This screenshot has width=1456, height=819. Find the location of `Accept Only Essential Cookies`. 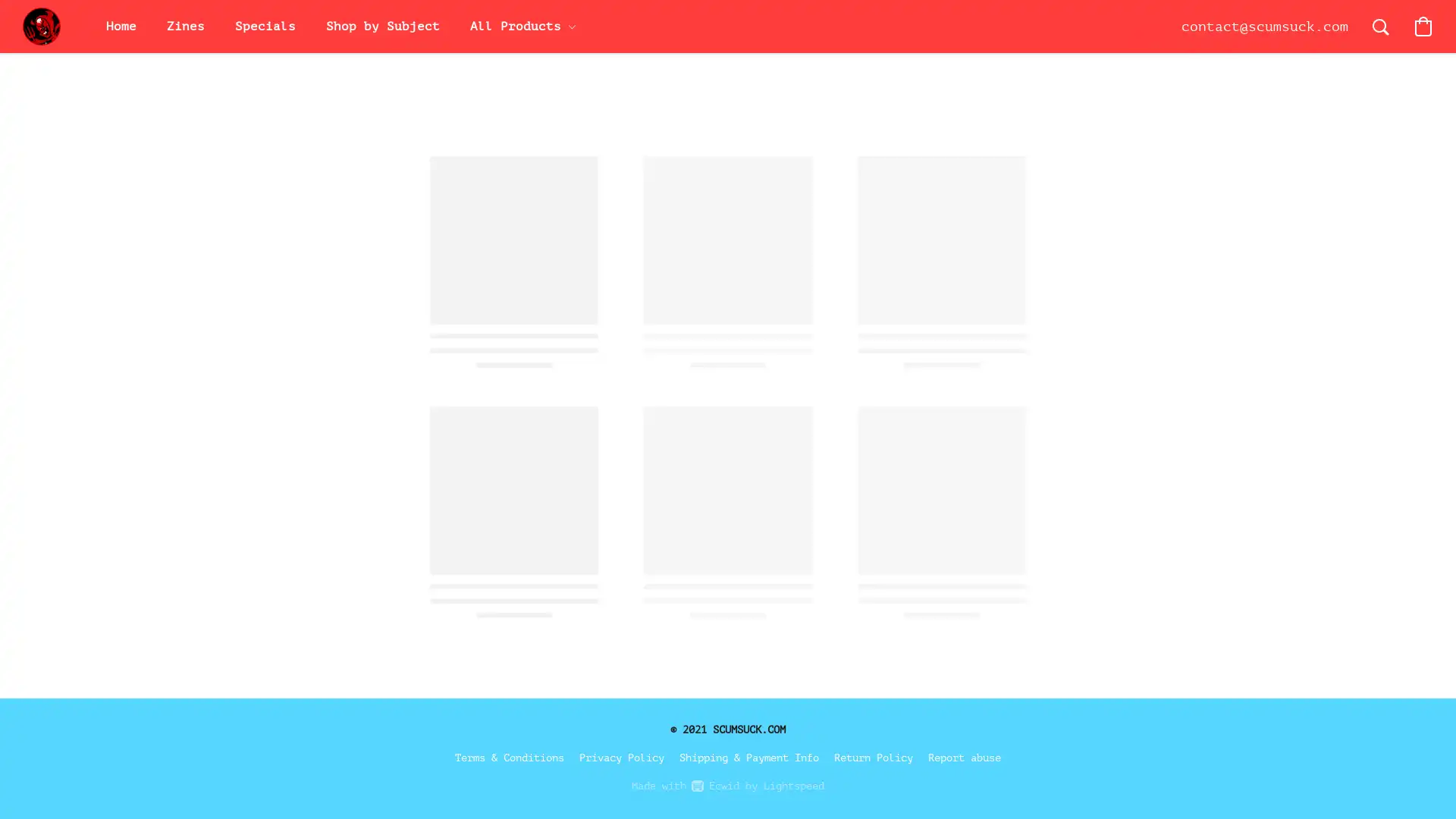

Accept Only Essential Cookies is located at coordinates (1241, 540).